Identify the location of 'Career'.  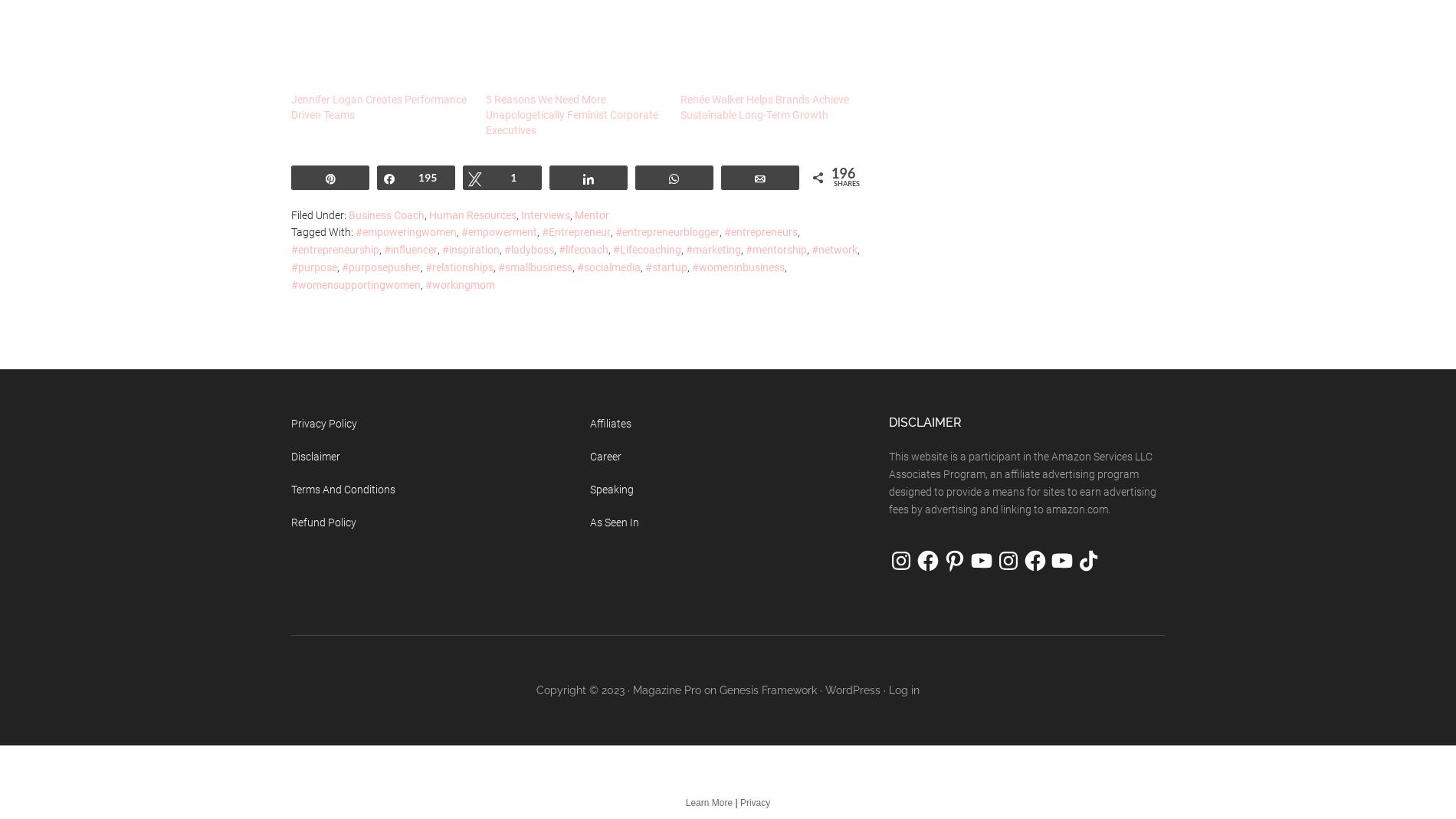
(605, 456).